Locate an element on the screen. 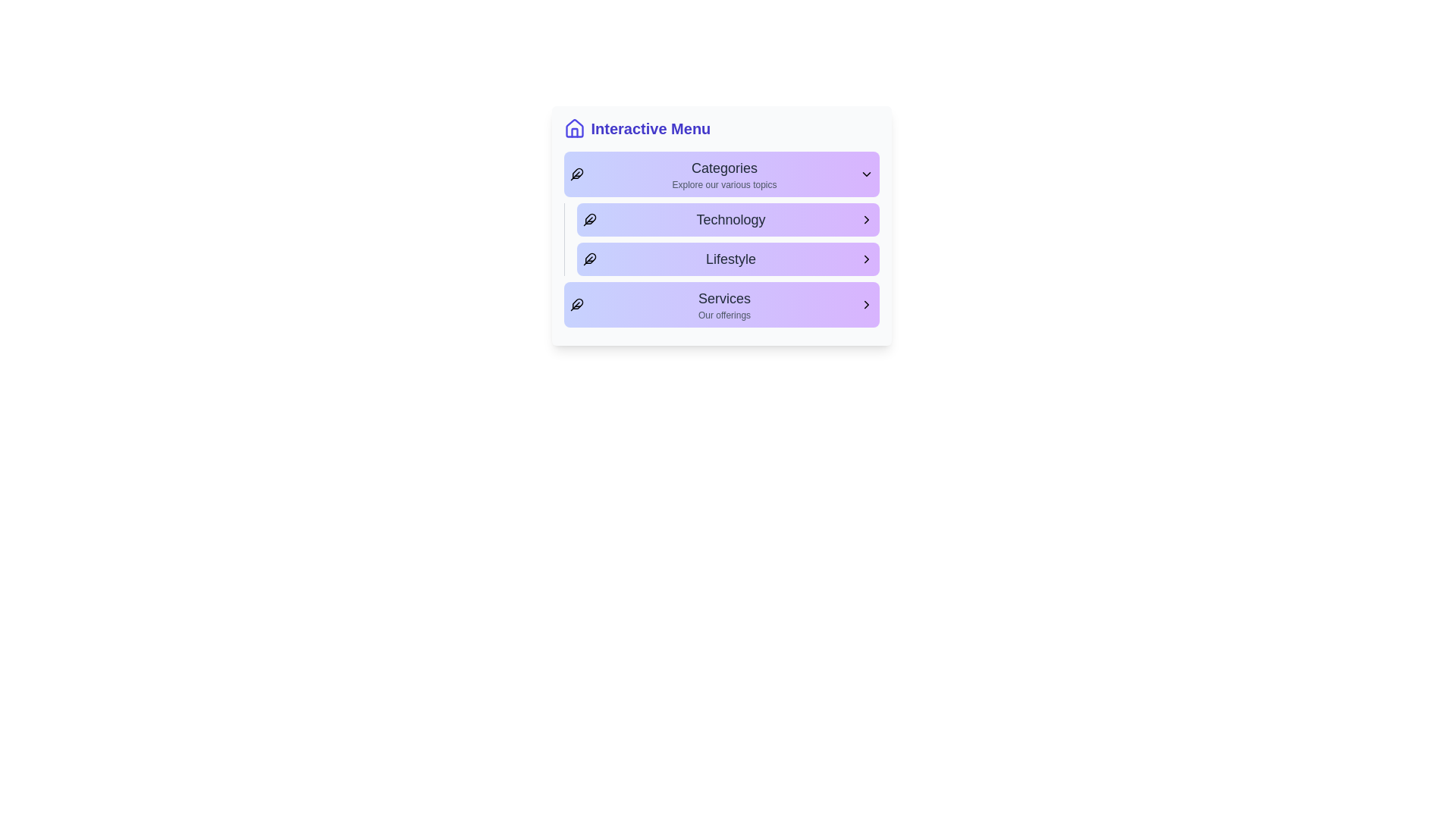 This screenshot has height=819, width=1456. the small, downward-facing chevron icon located at the extreme right side of the 'Categories' menu section is located at coordinates (866, 174).